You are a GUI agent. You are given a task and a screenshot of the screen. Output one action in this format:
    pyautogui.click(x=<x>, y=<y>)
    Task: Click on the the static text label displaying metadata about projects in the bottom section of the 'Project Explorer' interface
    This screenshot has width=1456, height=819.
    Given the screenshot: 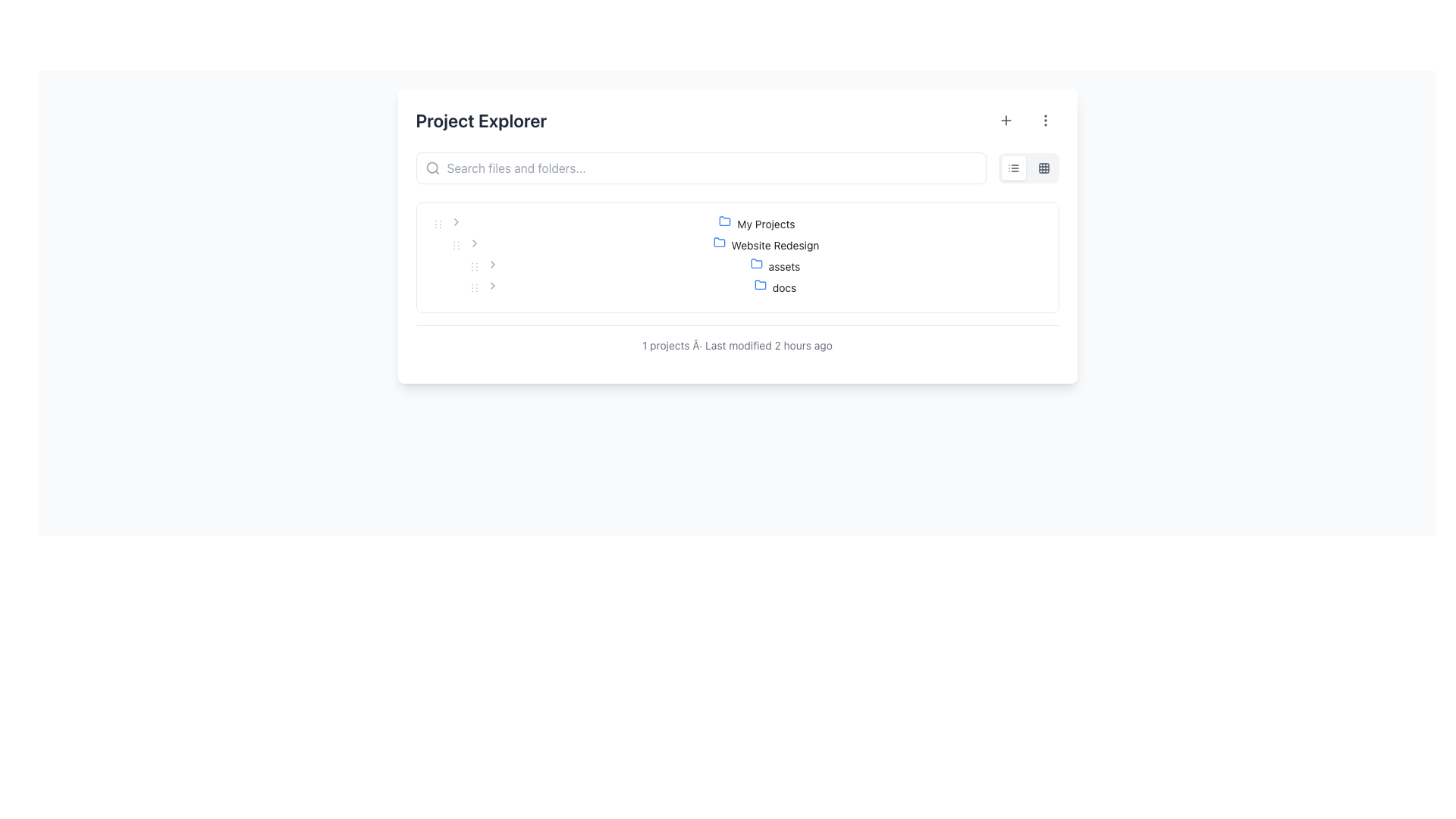 What is the action you would take?
    pyautogui.click(x=737, y=345)
    